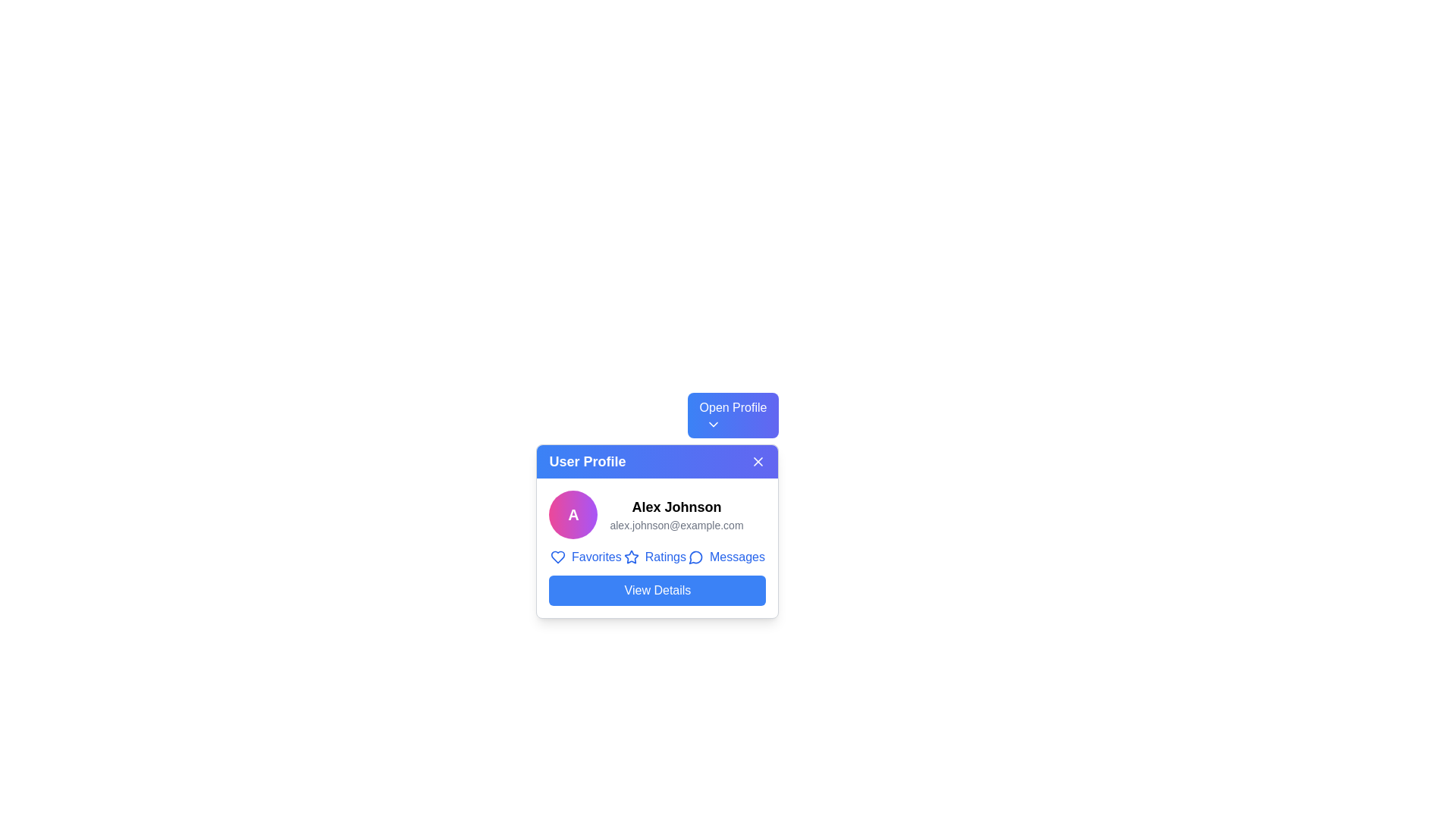 The image size is (1456, 819). I want to click on the close button, which is a small cross-shaped icon, located in the top-right corner of the 'User Profile' card, so click(758, 461).